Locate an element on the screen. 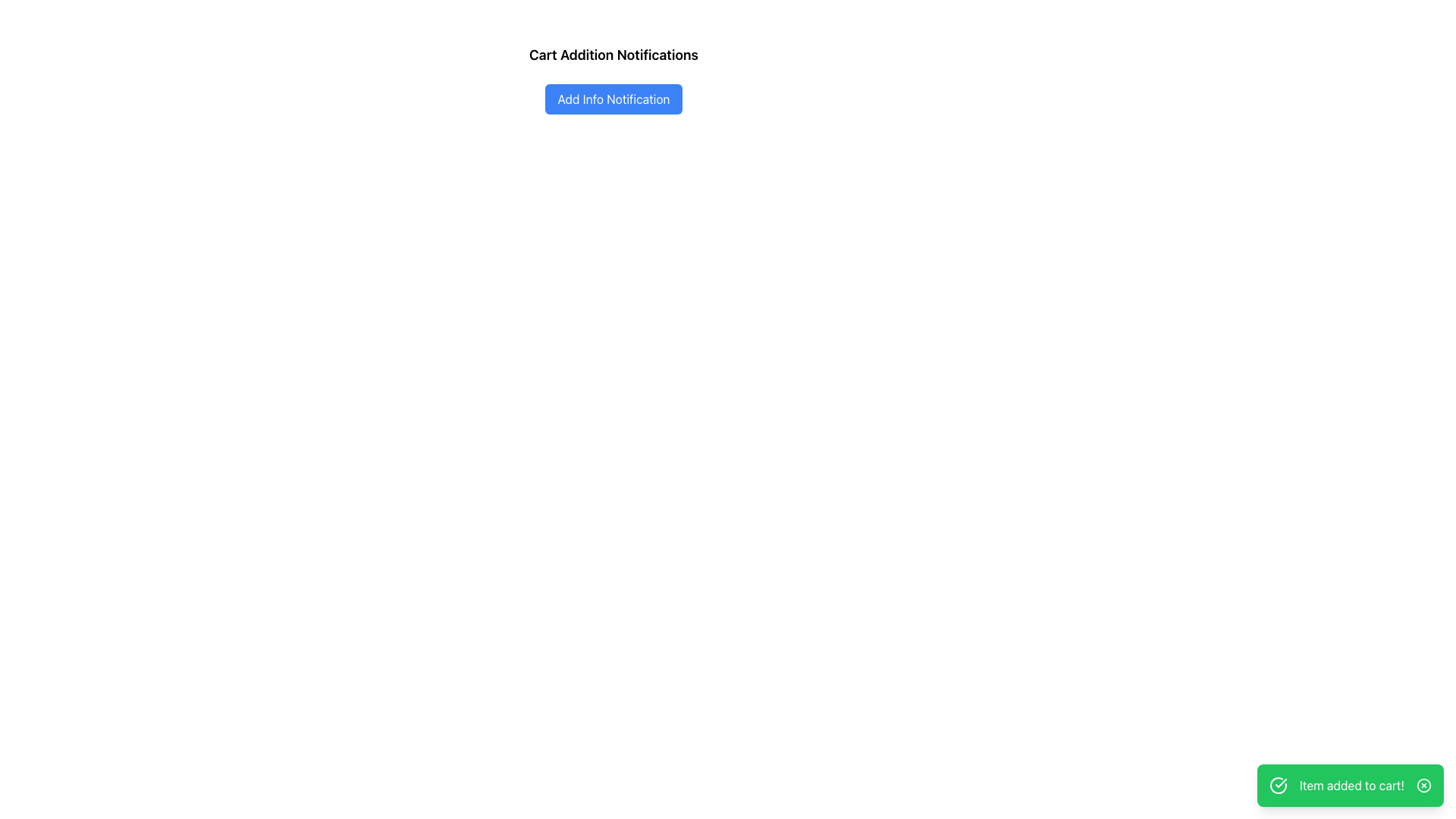 The image size is (1456, 819). displayed message in the green notification block that says 'Item added to cart!' is located at coordinates (1350, 785).